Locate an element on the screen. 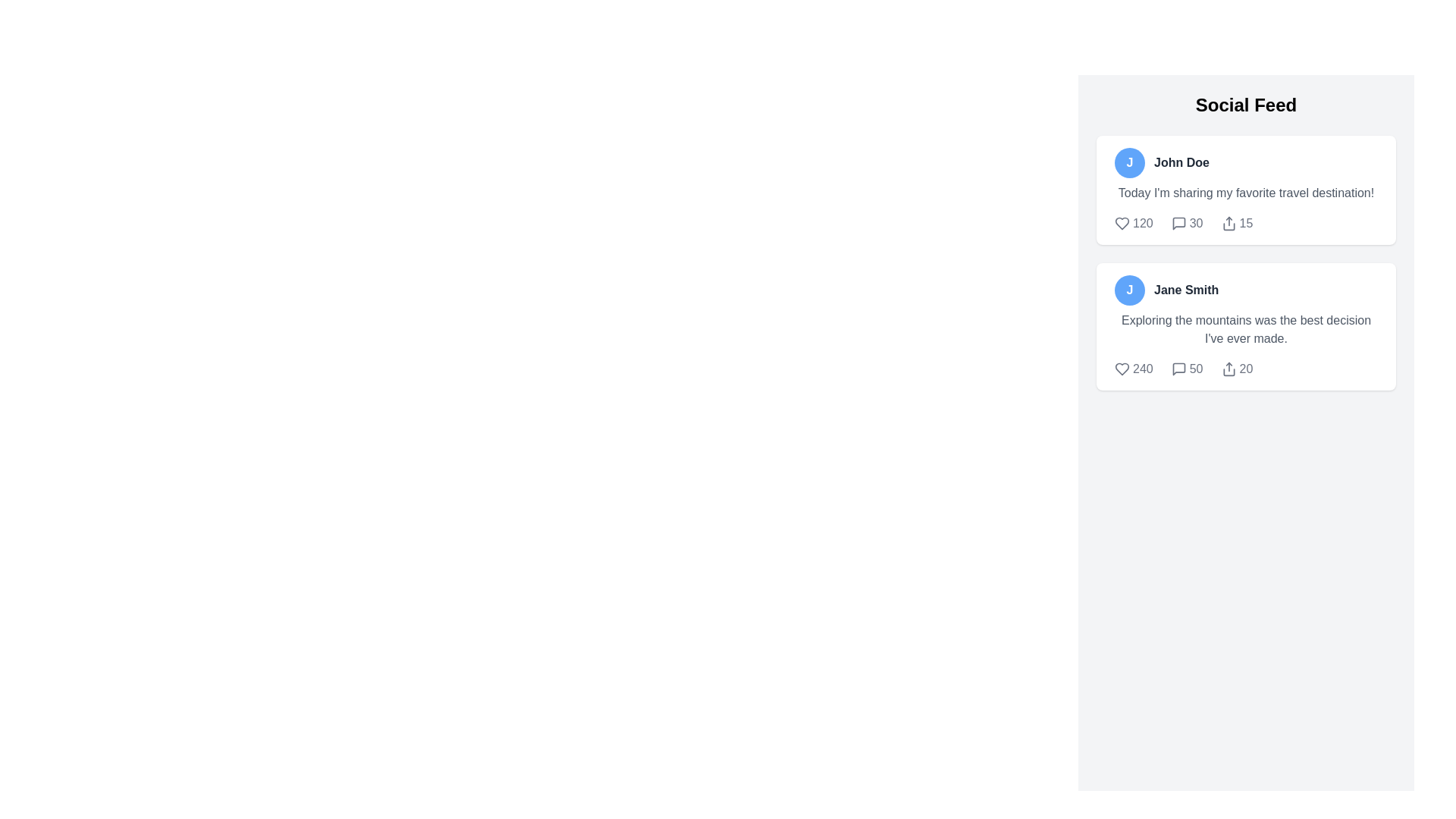 Image resolution: width=1456 pixels, height=819 pixels. the share button icon is located at coordinates (1228, 223).